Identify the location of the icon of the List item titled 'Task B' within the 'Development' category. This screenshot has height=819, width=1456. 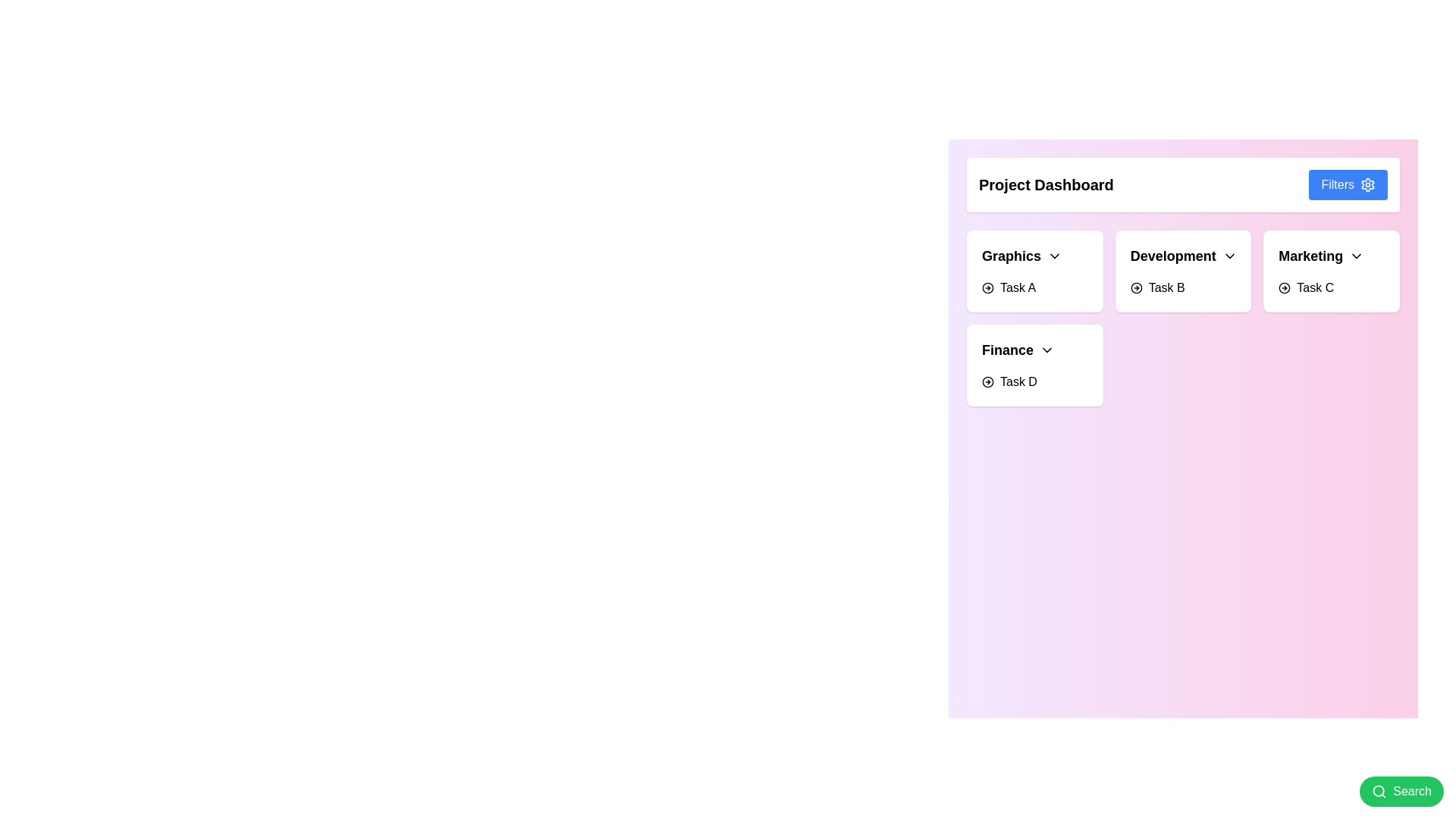
(1156, 288).